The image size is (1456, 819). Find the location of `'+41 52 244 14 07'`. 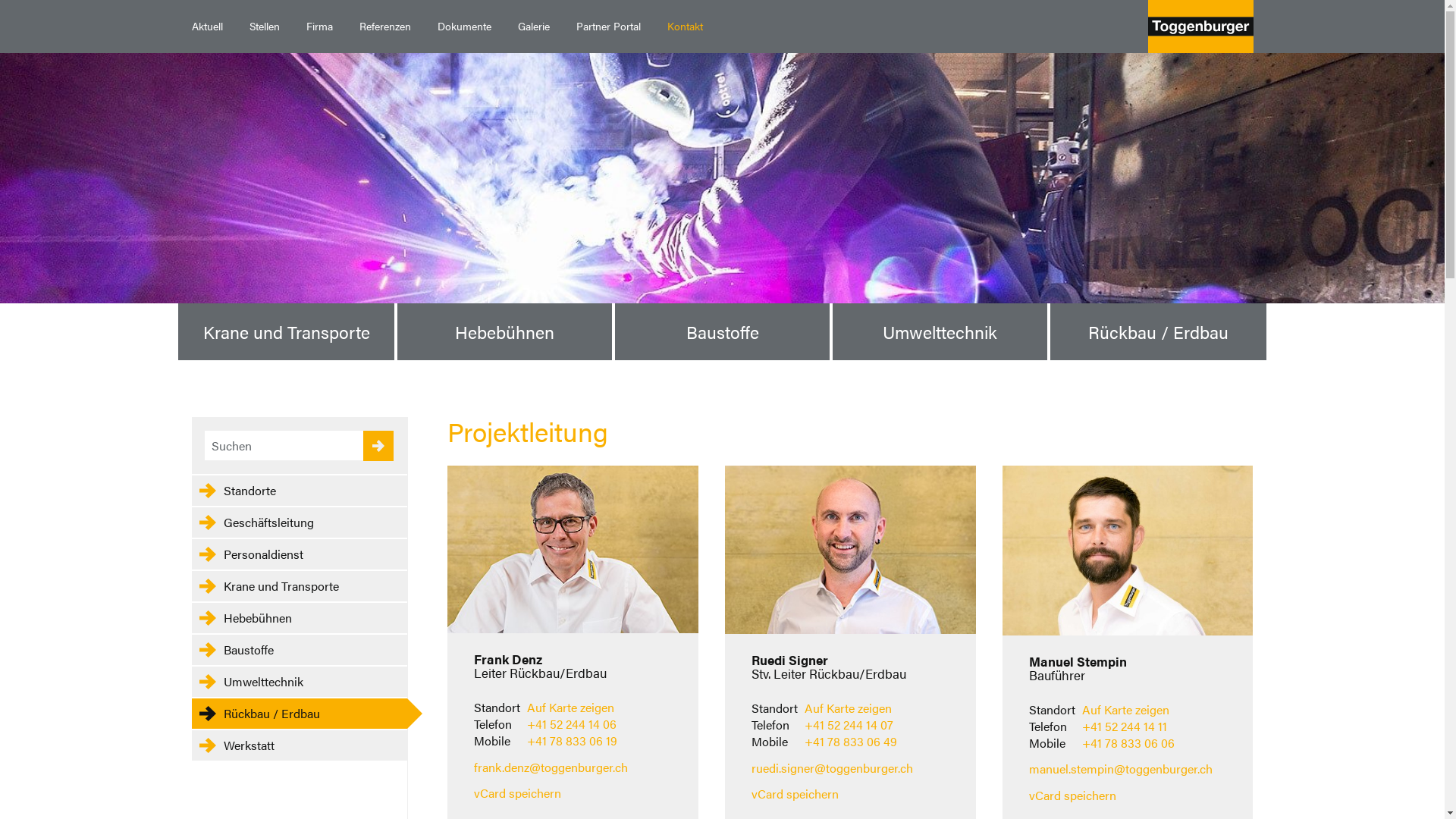

'+41 52 244 14 07' is located at coordinates (848, 723).